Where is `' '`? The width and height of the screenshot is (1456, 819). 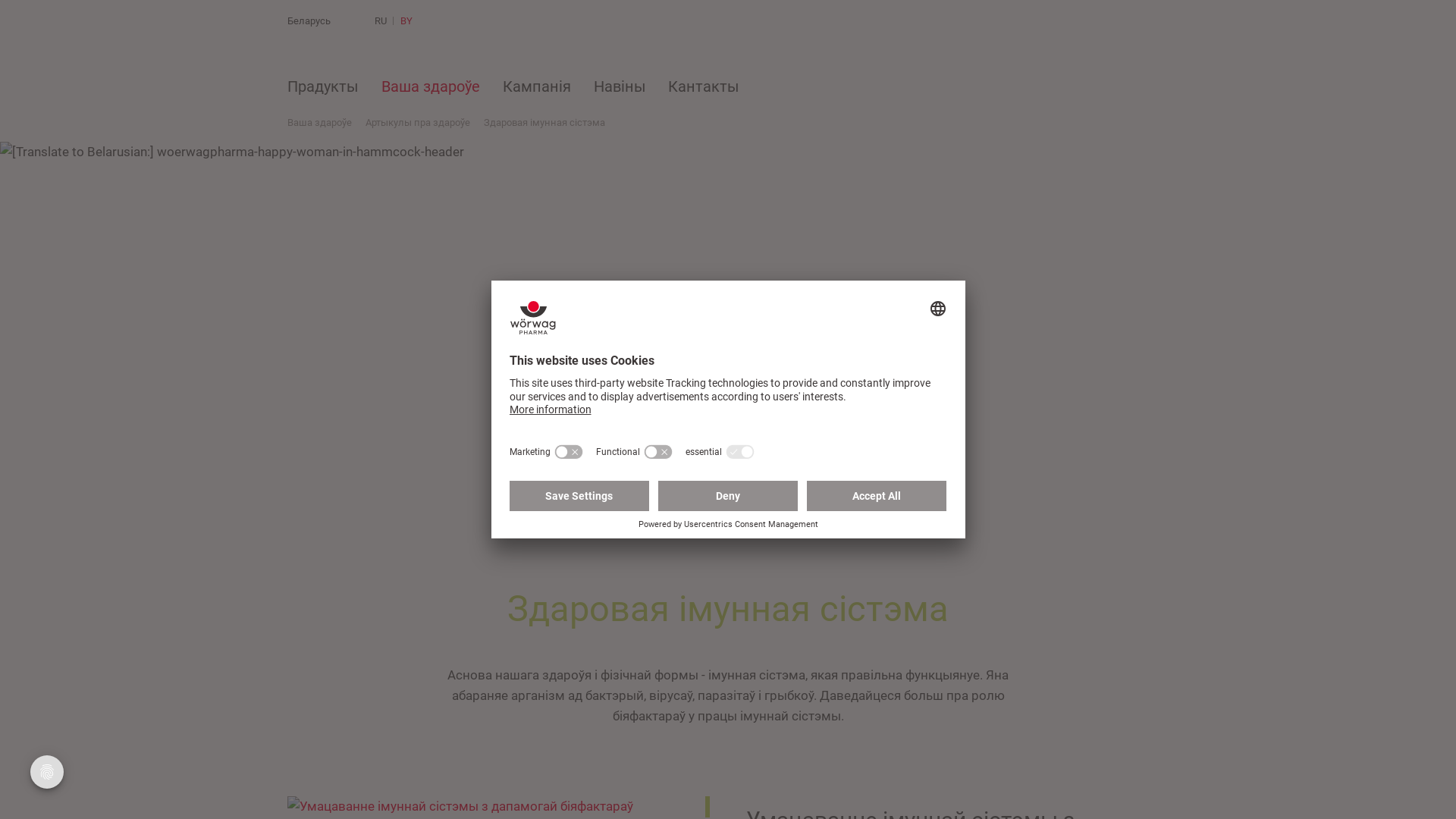 ' ' is located at coordinates (447, 20).